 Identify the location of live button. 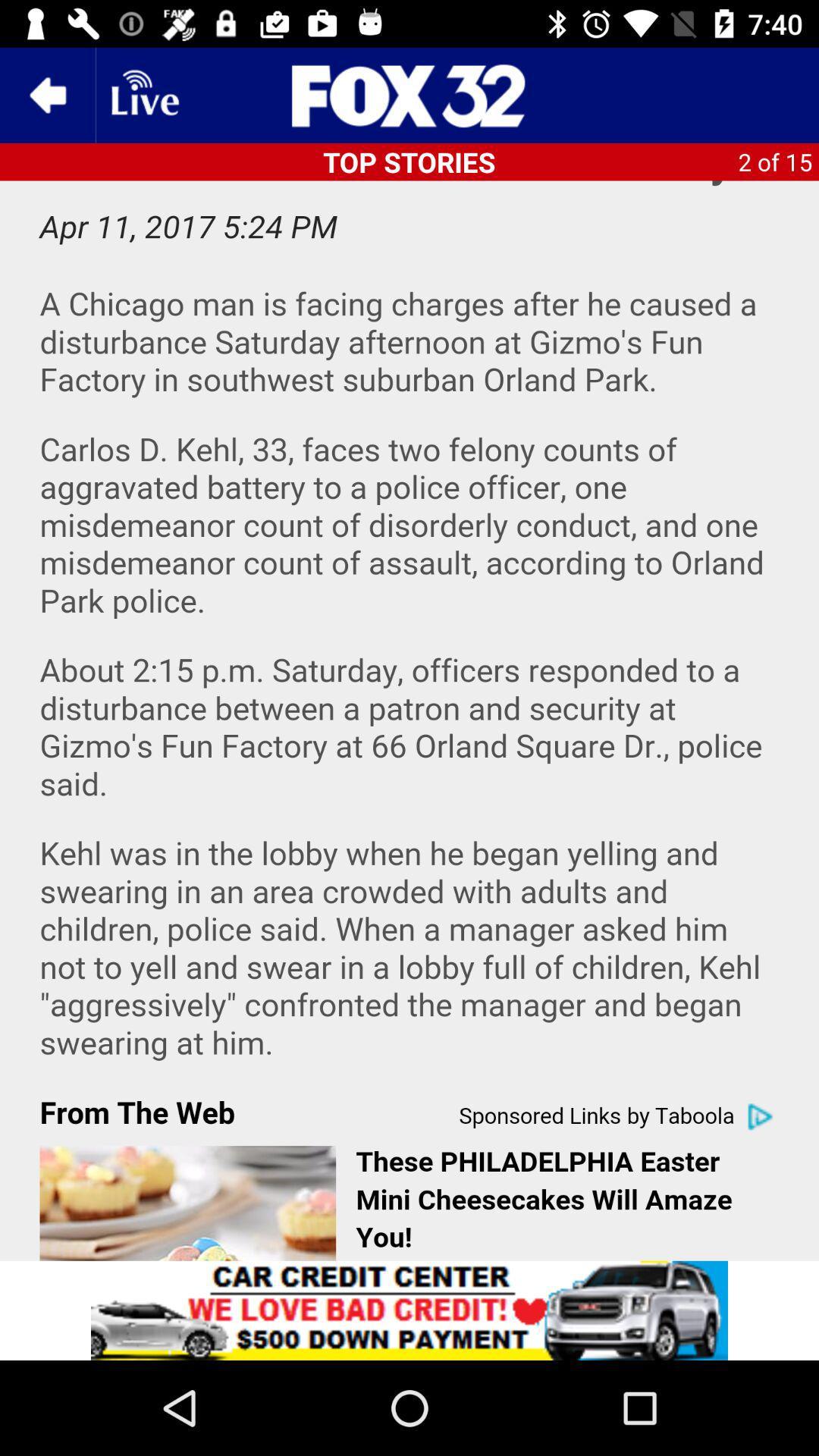
(143, 94).